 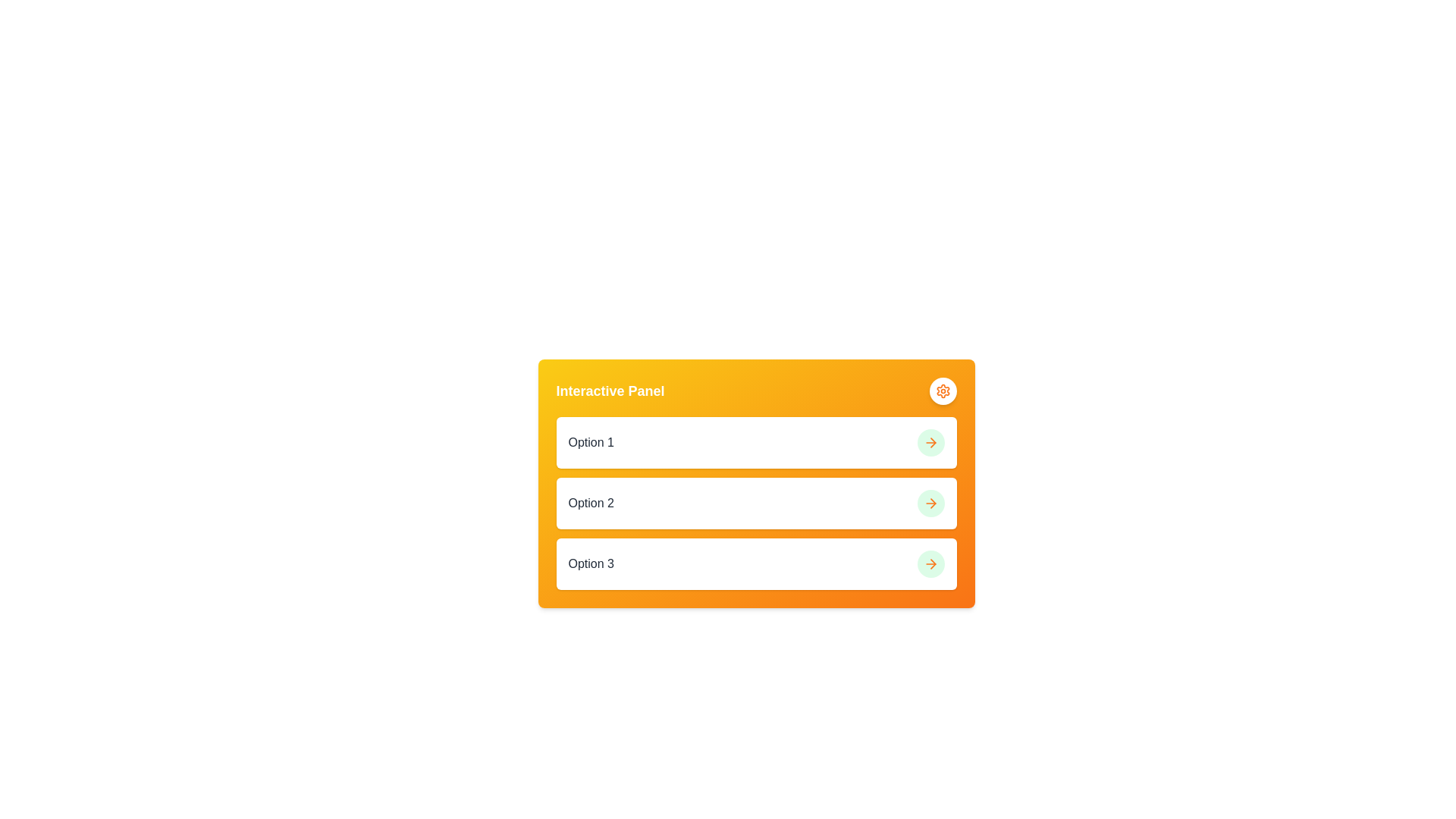 What do you see at coordinates (932, 442) in the screenshot?
I see `the small, right-pointing orange arrow icon in the second row of icons, located to the right of the 'Option 2' text label` at bounding box center [932, 442].